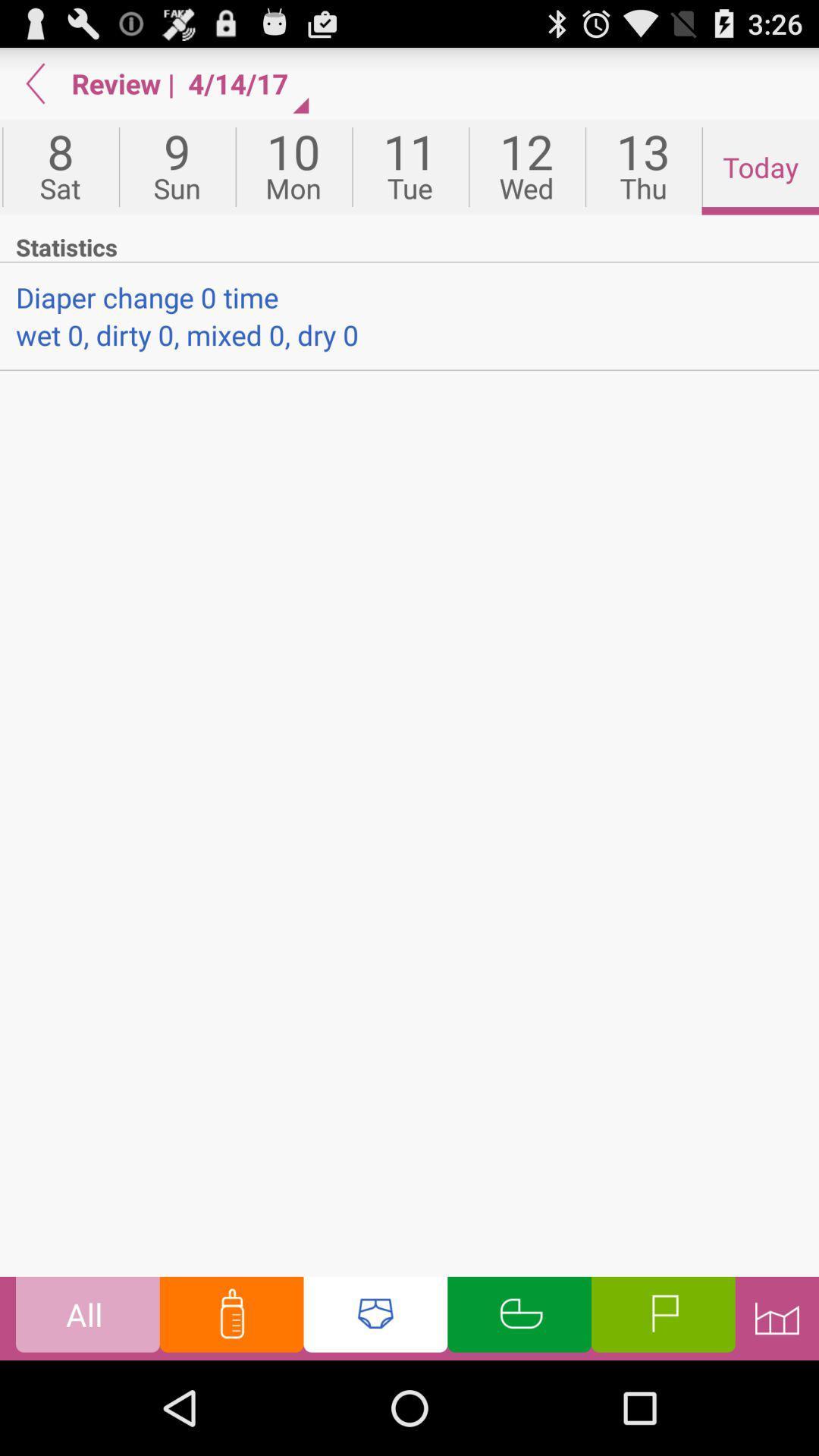 The height and width of the screenshot is (1456, 819). What do you see at coordinates (643, 167) in the screenshot?
I see `icon to the right of 12` at bounding box center [643, 167].